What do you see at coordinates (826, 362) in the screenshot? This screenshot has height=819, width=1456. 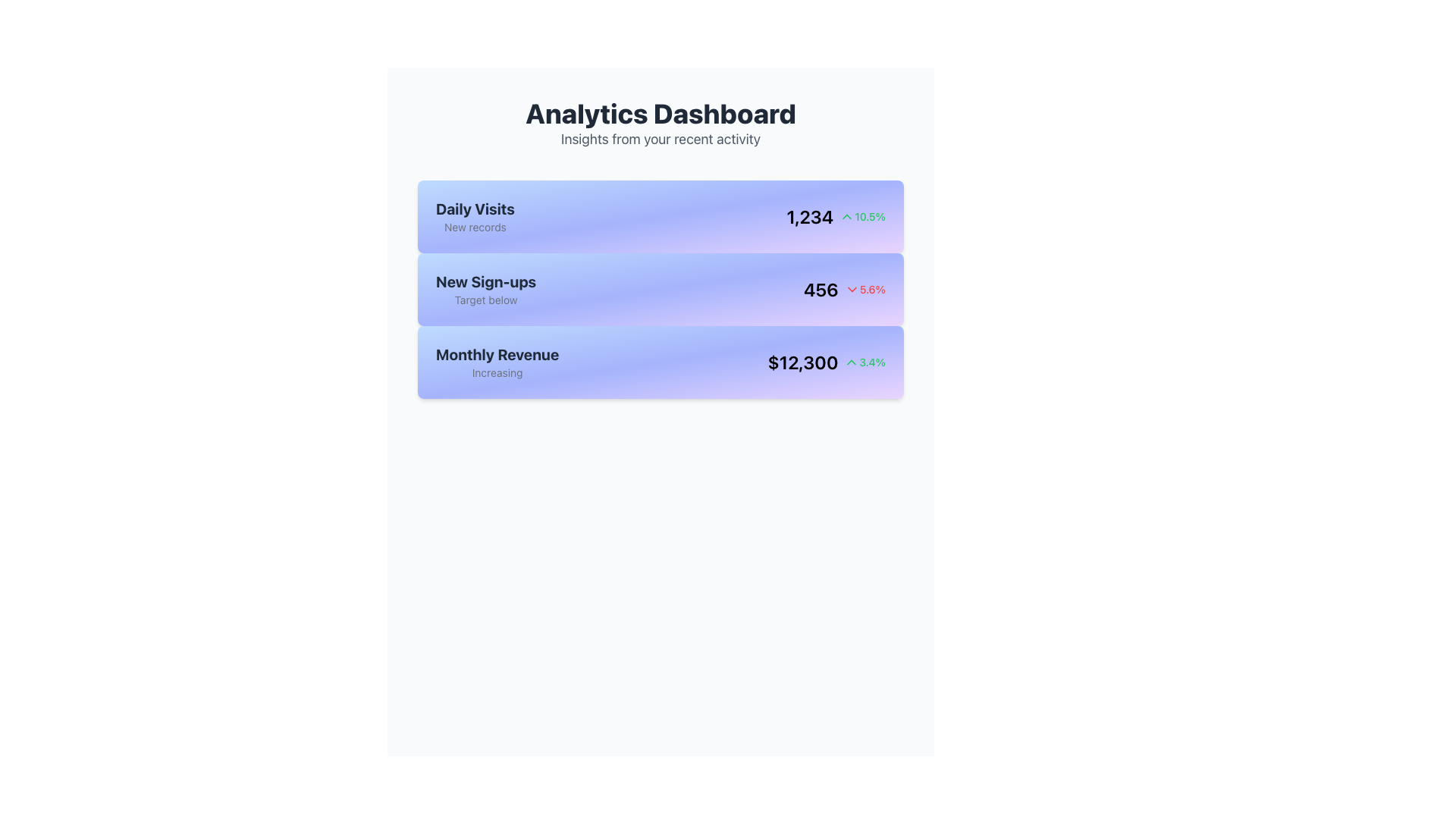 I see `the composite element displaying the value '$12,300' and the upward chevron icon in the 'Monthly Revenue' card located in the lower-right portion of the interface` at bounding box center [826, 362].